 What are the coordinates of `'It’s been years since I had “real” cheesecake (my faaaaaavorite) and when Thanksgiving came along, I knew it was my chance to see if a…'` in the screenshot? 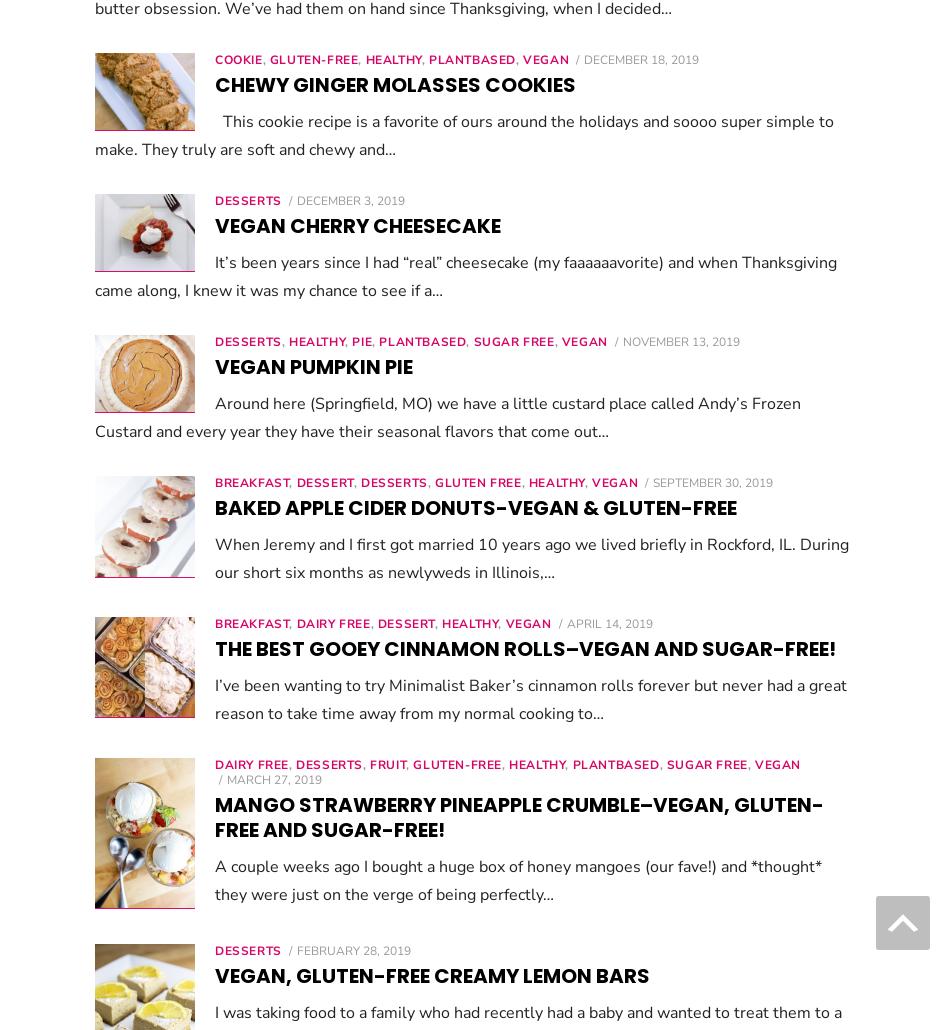 It's located at (526, 275).